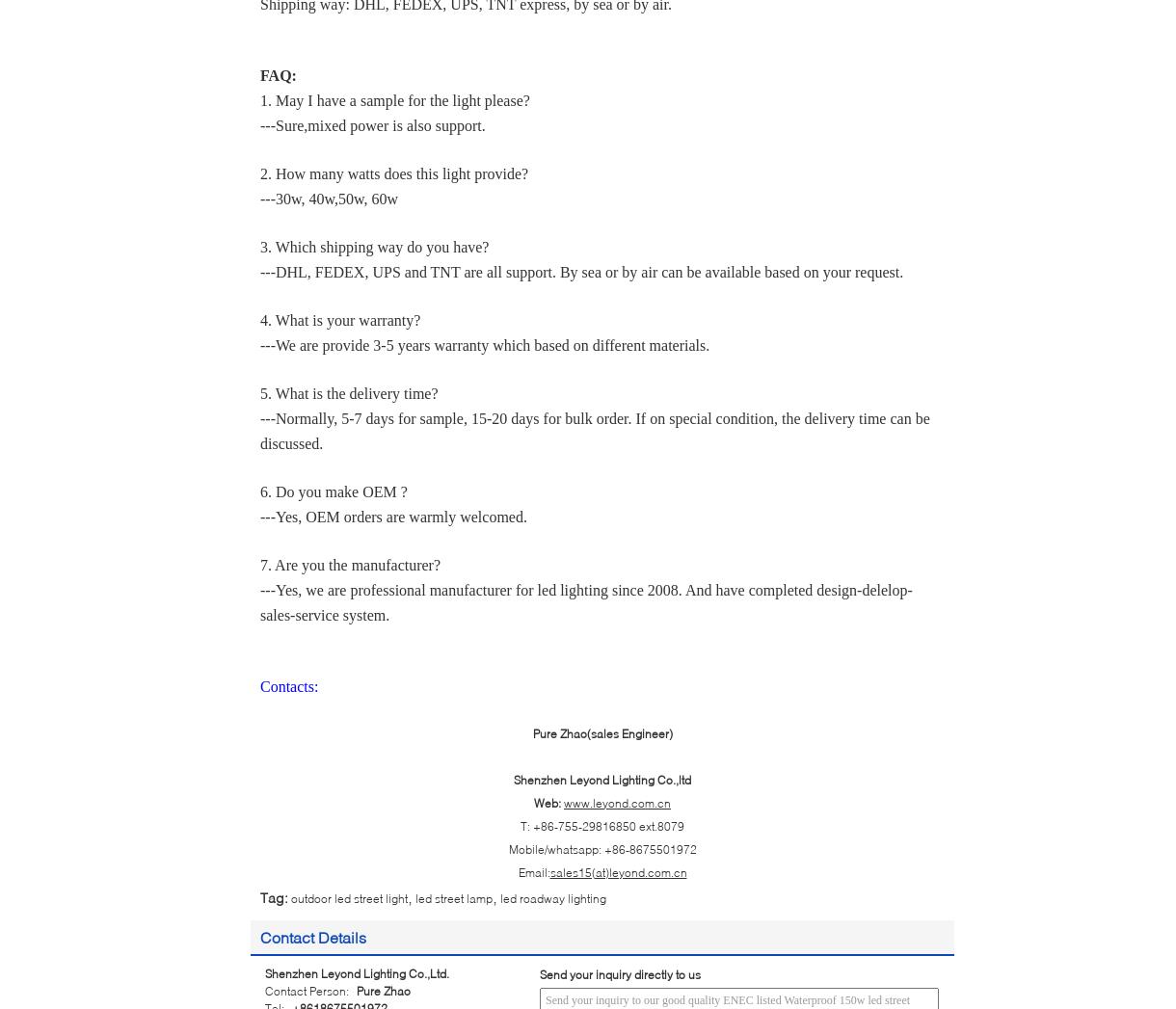 Image resolution: width=1176 pixels, height=1009 pixels. Describe the element at coordinates (594, 430) in the screenshot. I see `'---Normally, 5-7 days for sample, 15-20 days for bulk order. If on special condition, the delivery time can be discussed.'` at that location.